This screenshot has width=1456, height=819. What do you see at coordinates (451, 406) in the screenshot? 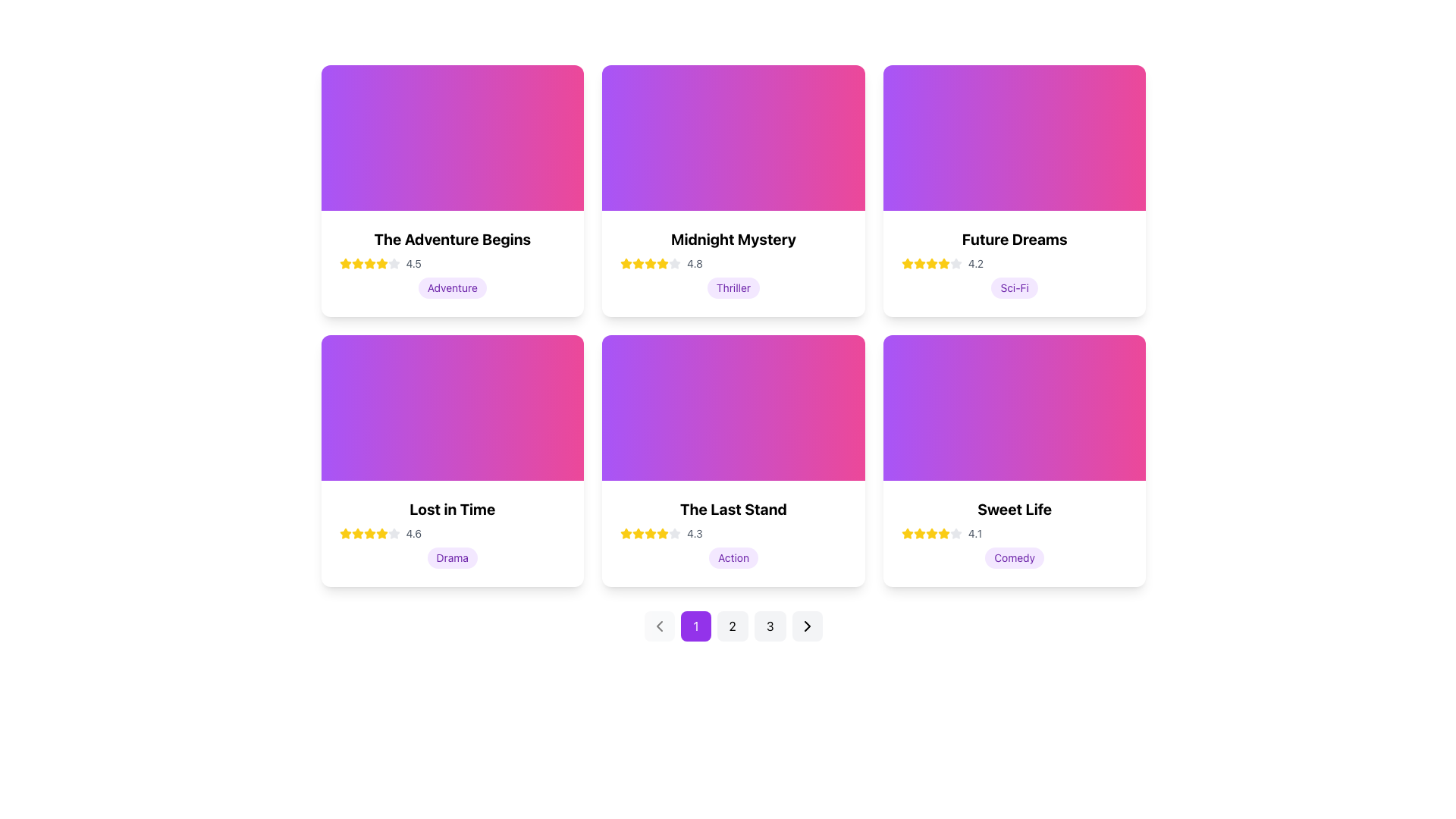
I see `the colorful background of the card labeled 'Lost in Time', which is positioned at the top half of the card` at bounding box center [451, 406].